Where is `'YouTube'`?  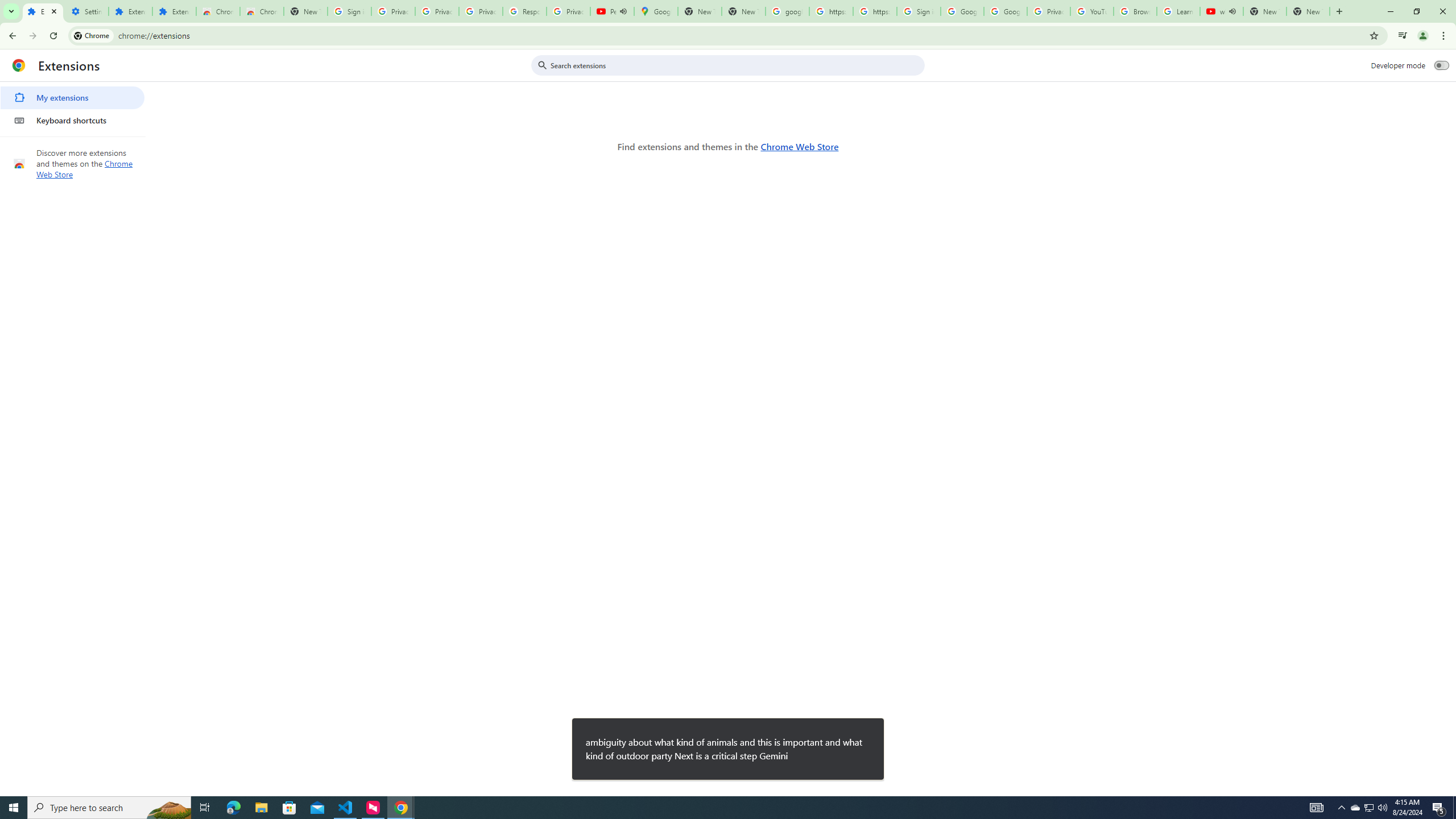
'YouTube' is located at coordinates (1092, 11).